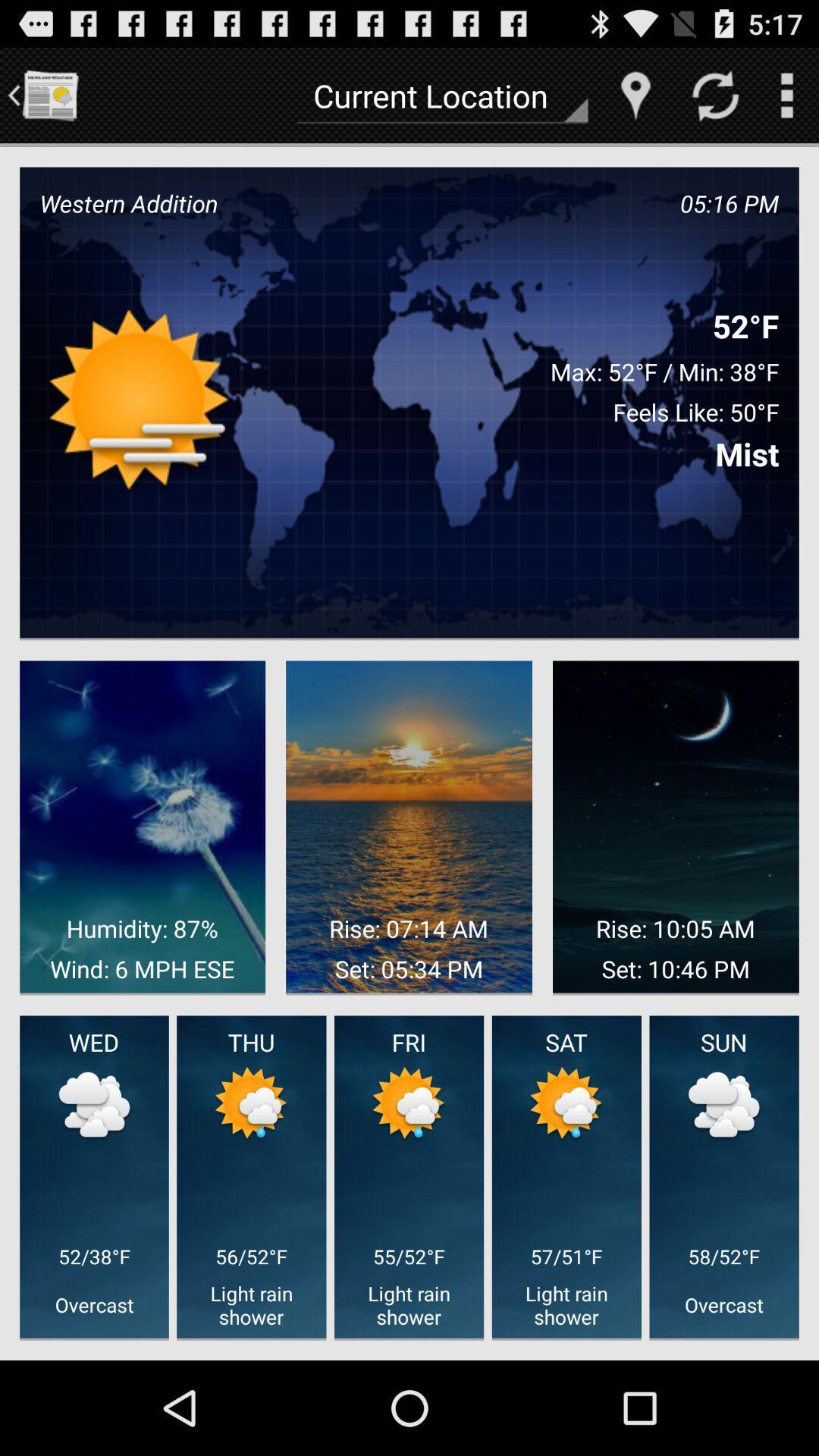 The height and width of the screenshot is (1456, 819). What do you see at coordinates (715, 101) in the screenshot?
I see `the refresh icon` at bounding box center [715, 101].